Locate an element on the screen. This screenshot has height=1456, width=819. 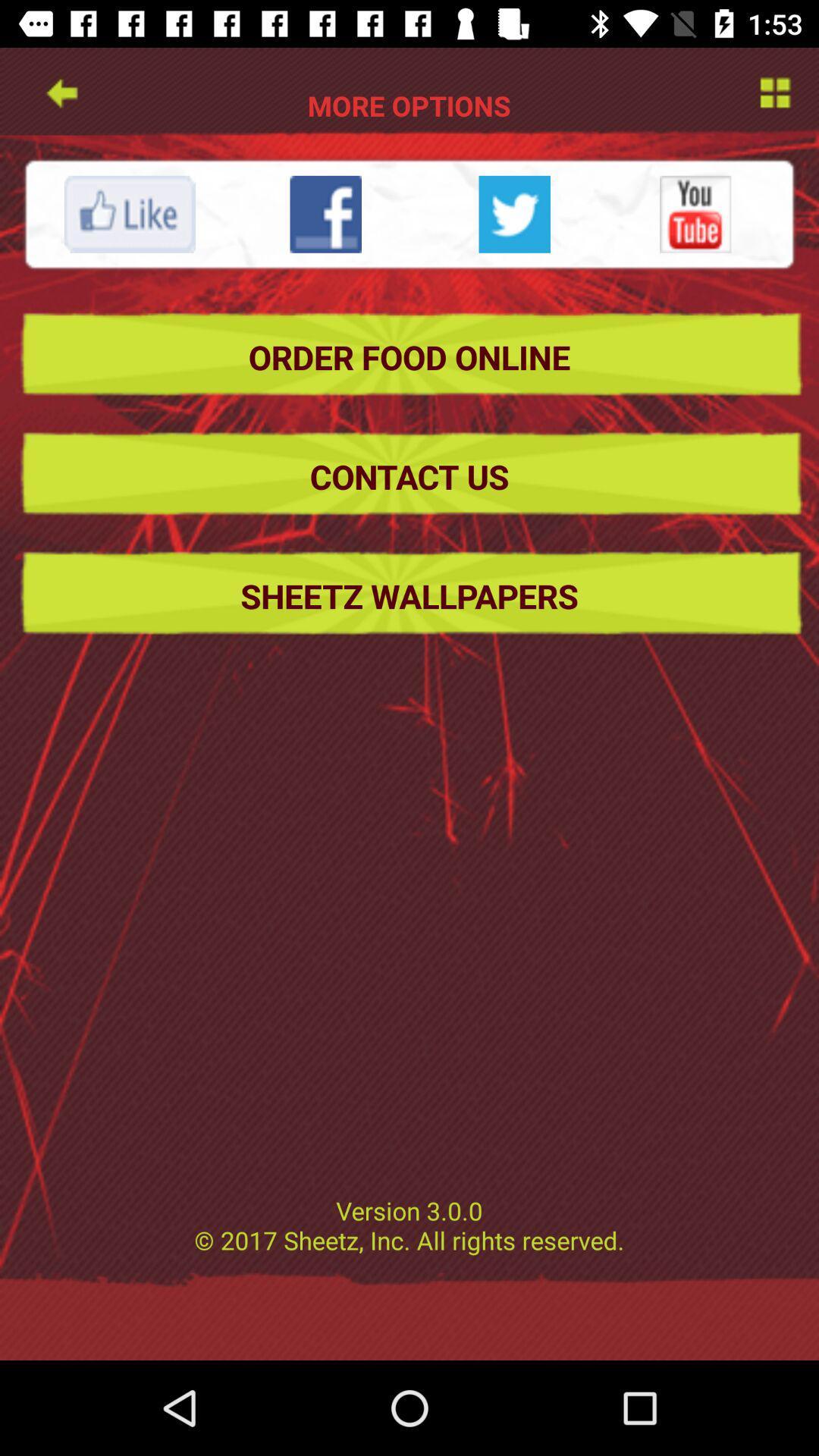
like is located at coordinates (129, 213).